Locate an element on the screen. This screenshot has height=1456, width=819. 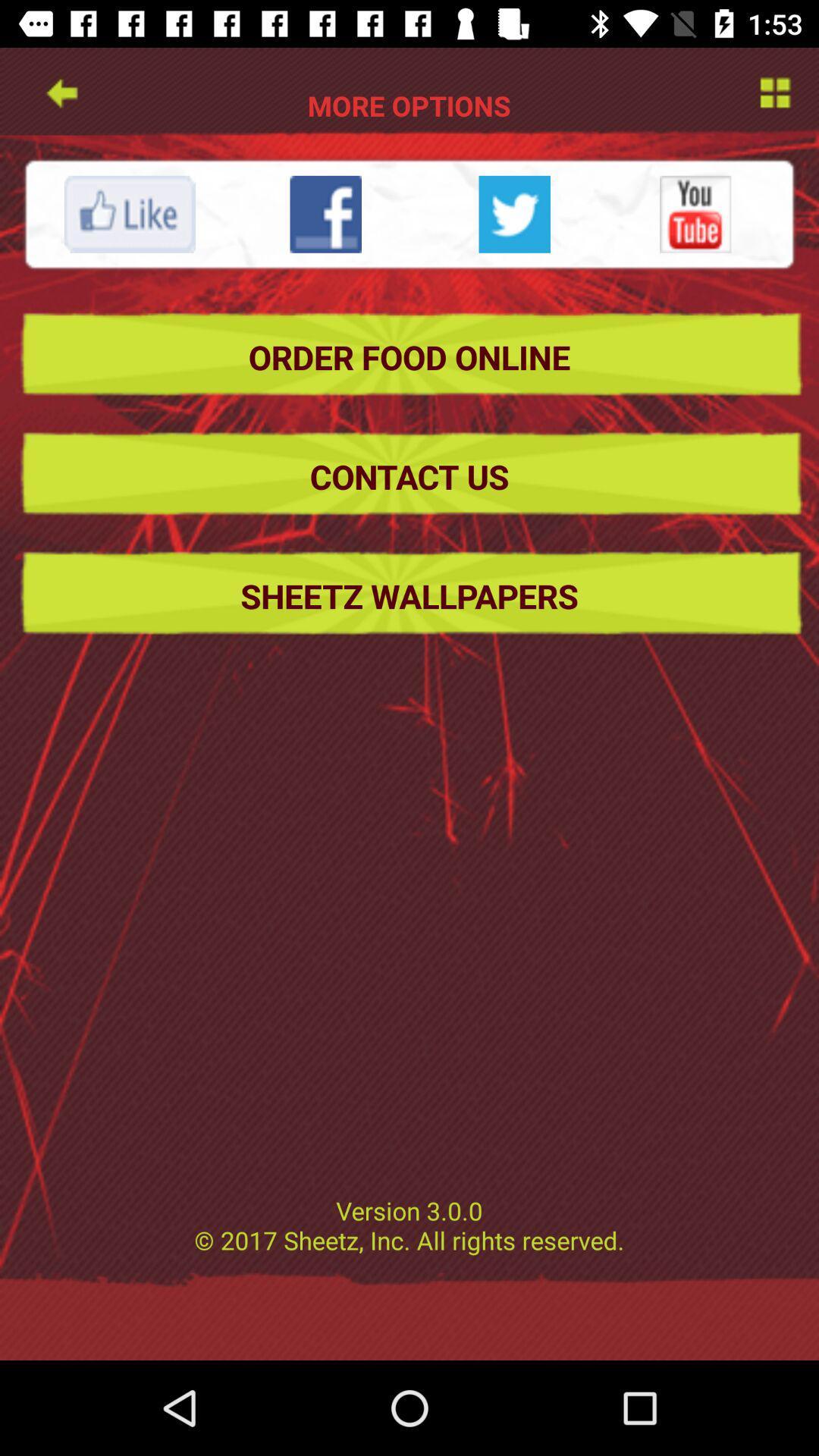
like is located at coordinates (129, 213).